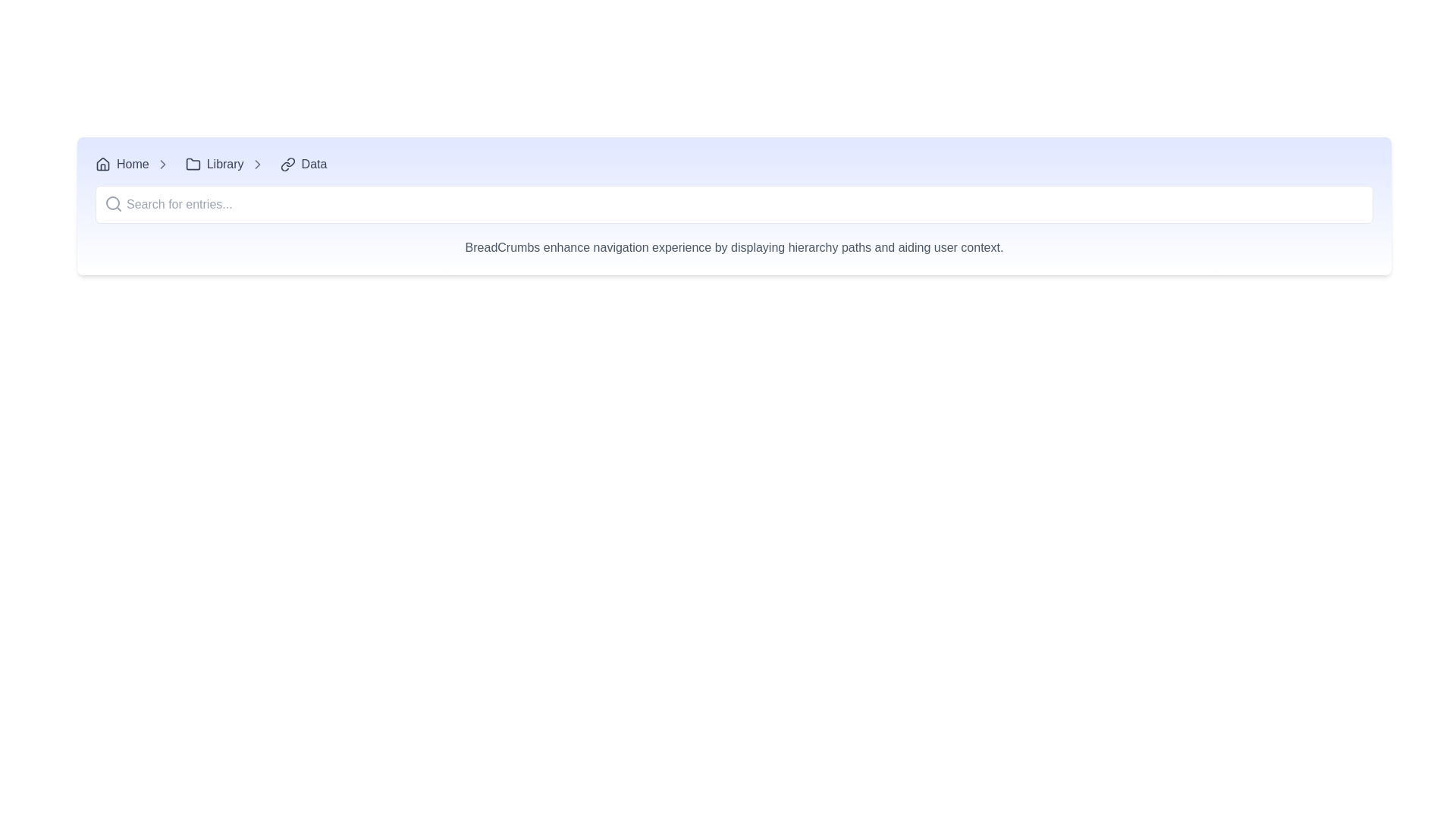  What do you see at coordinates (192, 164) in the screenshot?
I see `the folder icon representing the Library section in the breadcrumb navigation bar, located between the Home and Library labels` at bounding box center [192, 164].